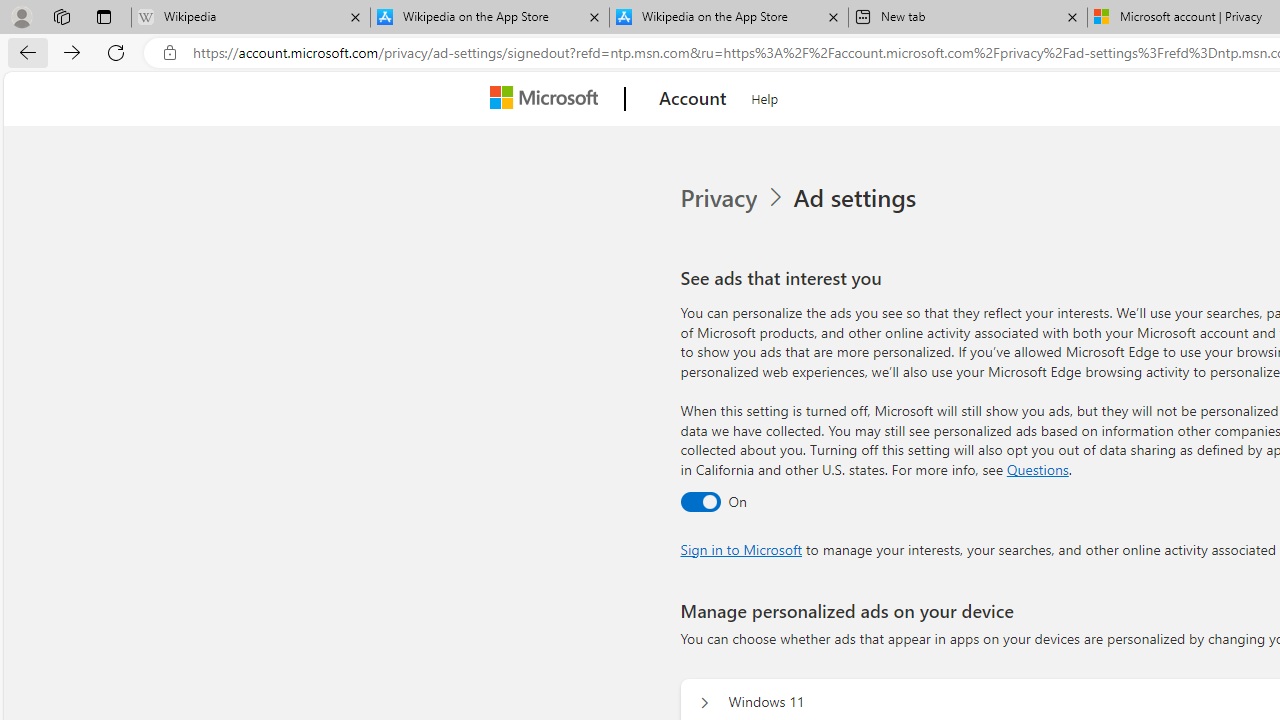 This screenshot has height=720, width=1280. I want to click on 'Forward', so click(72, 51).